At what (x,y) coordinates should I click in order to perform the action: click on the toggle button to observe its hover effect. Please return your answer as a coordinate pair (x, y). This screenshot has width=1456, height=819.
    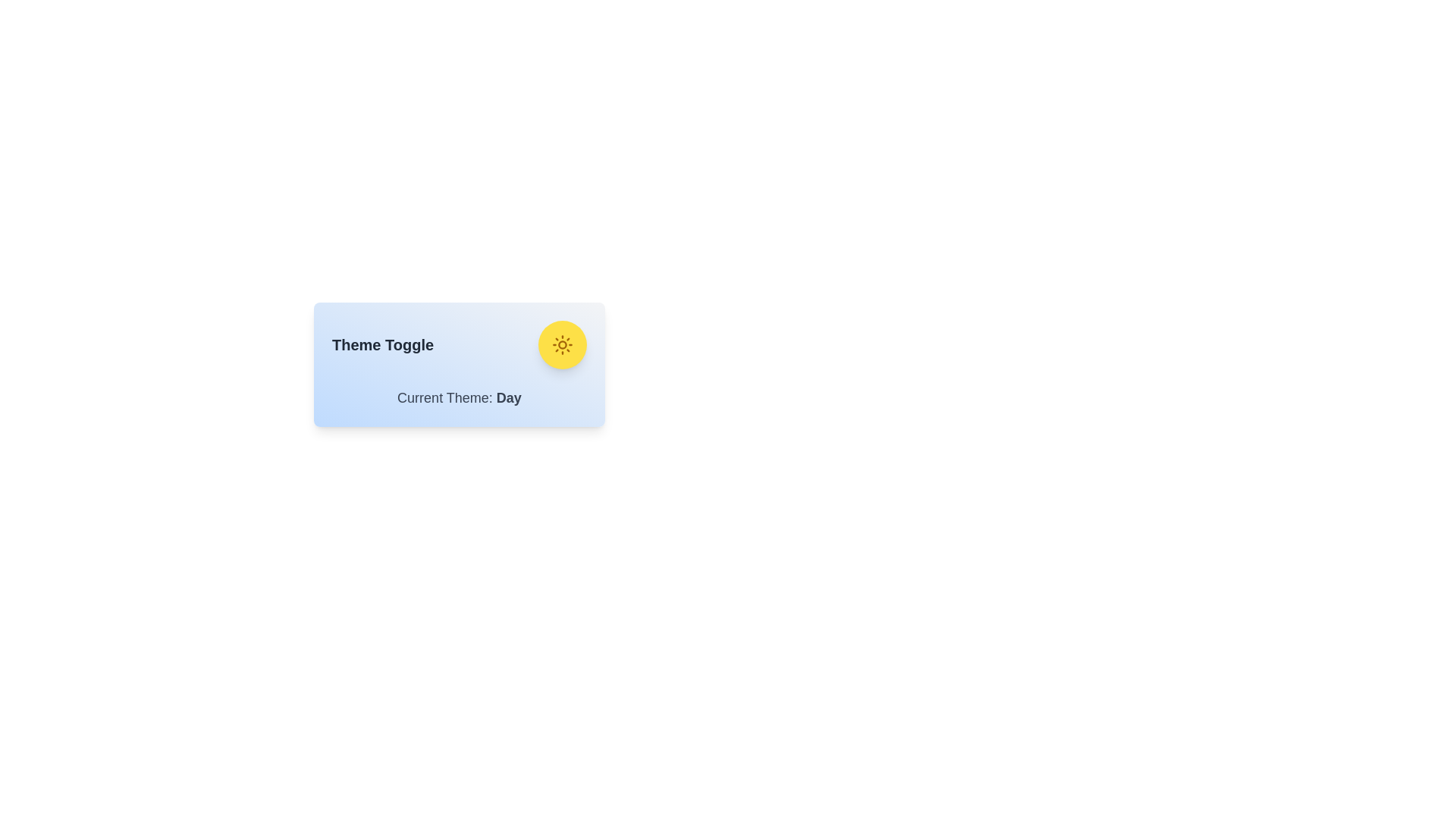
    Looking at the image, I should click on (562, 345).